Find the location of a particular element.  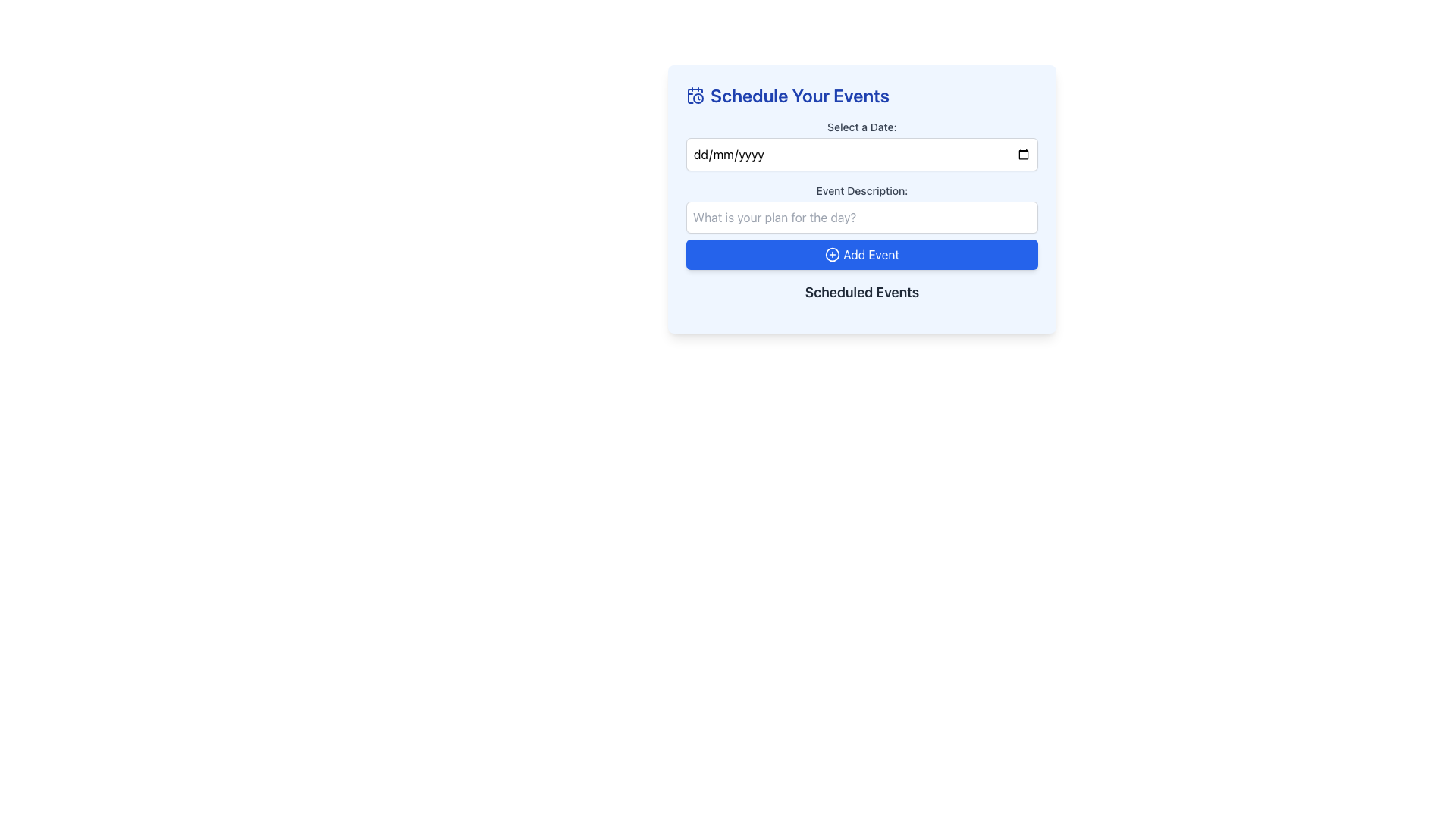

the circular icon with a plus sign located within the blue 'Add Event' button is located at coordinates (832, 253).